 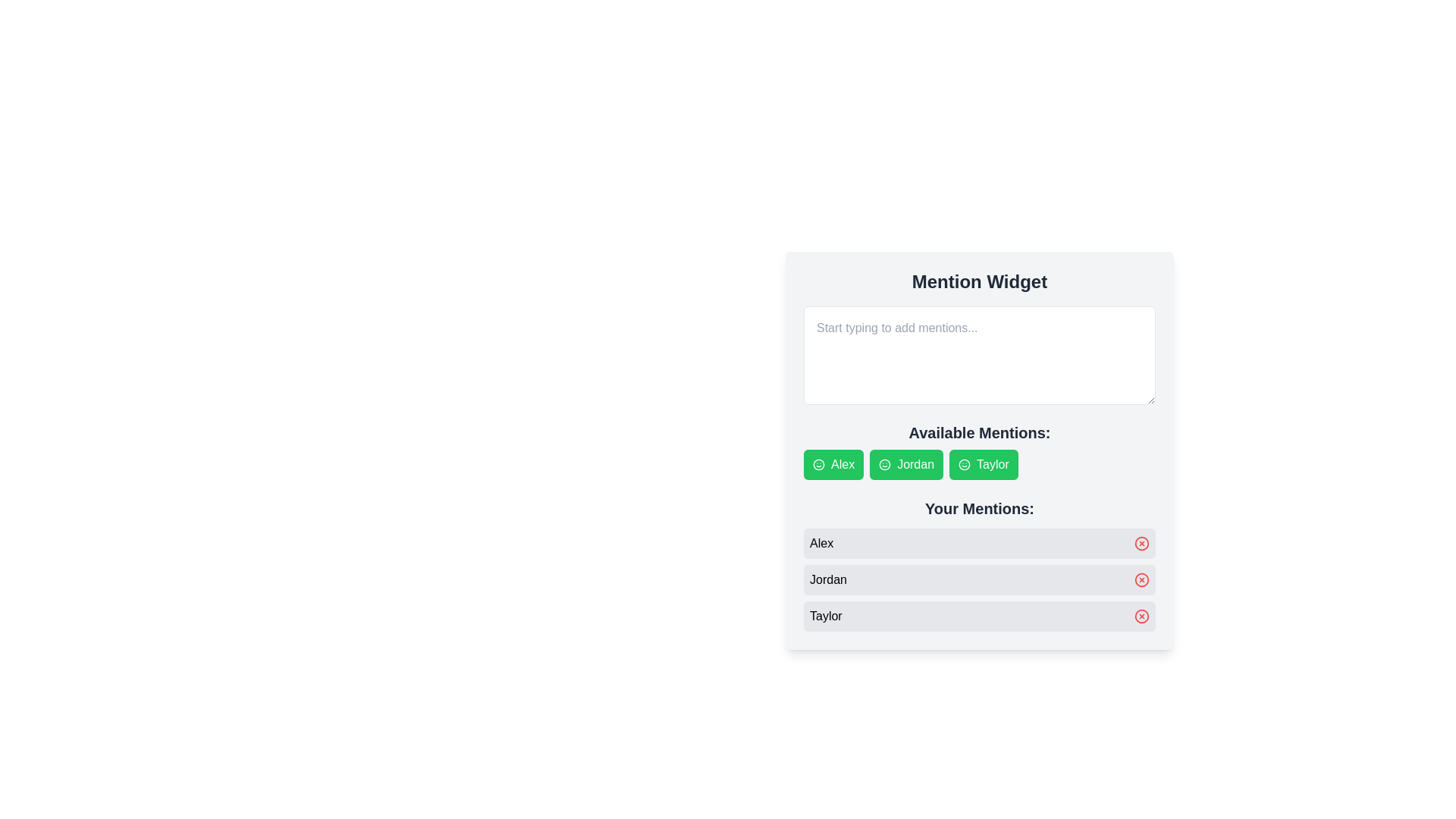 I want to click on the 'Available Mention' button for 'Taylor', so click(x=979, y=450).